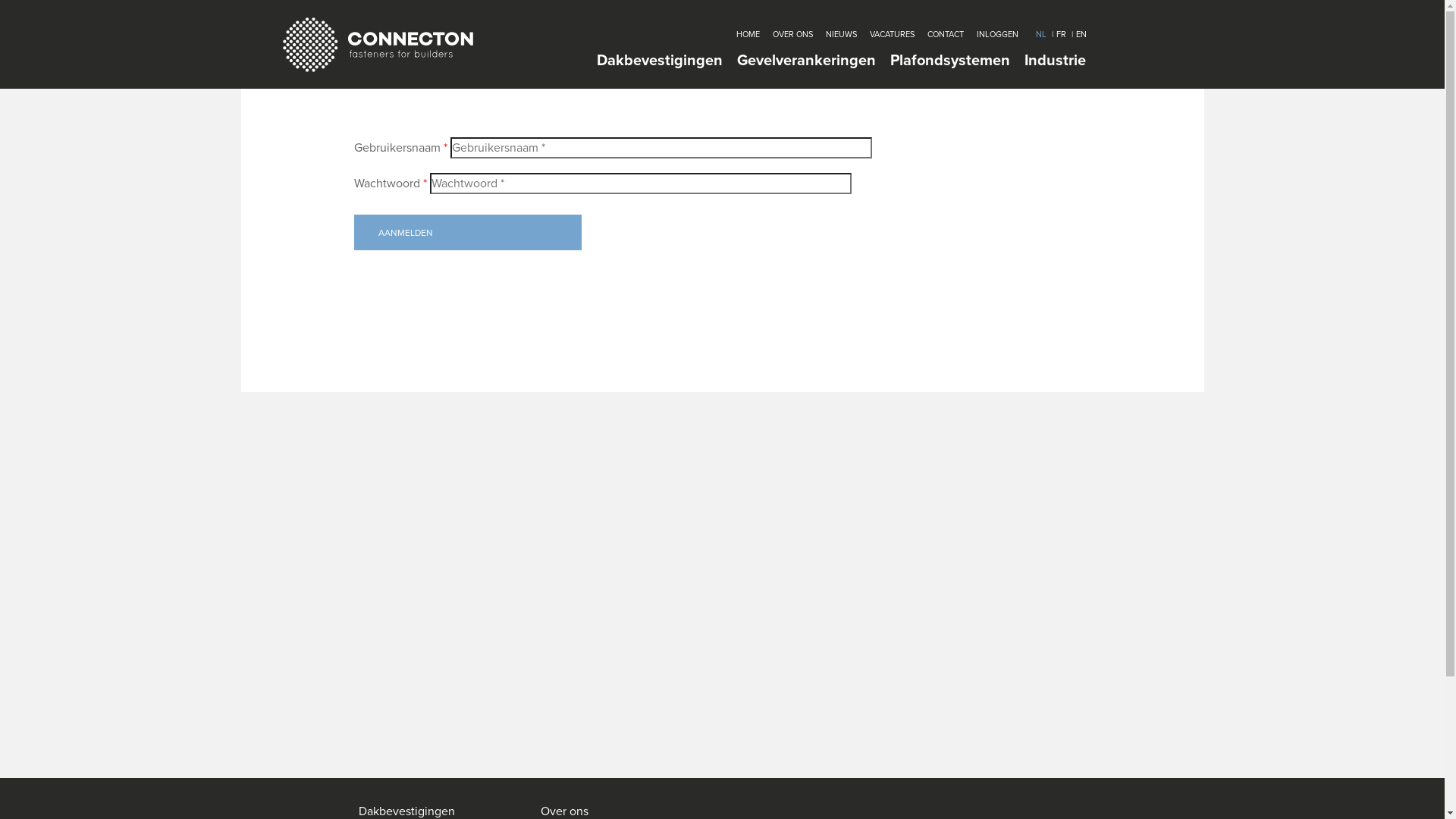 This screenshot has height=819, width=1456. I want to click on 'FR', so click(1059, 34).